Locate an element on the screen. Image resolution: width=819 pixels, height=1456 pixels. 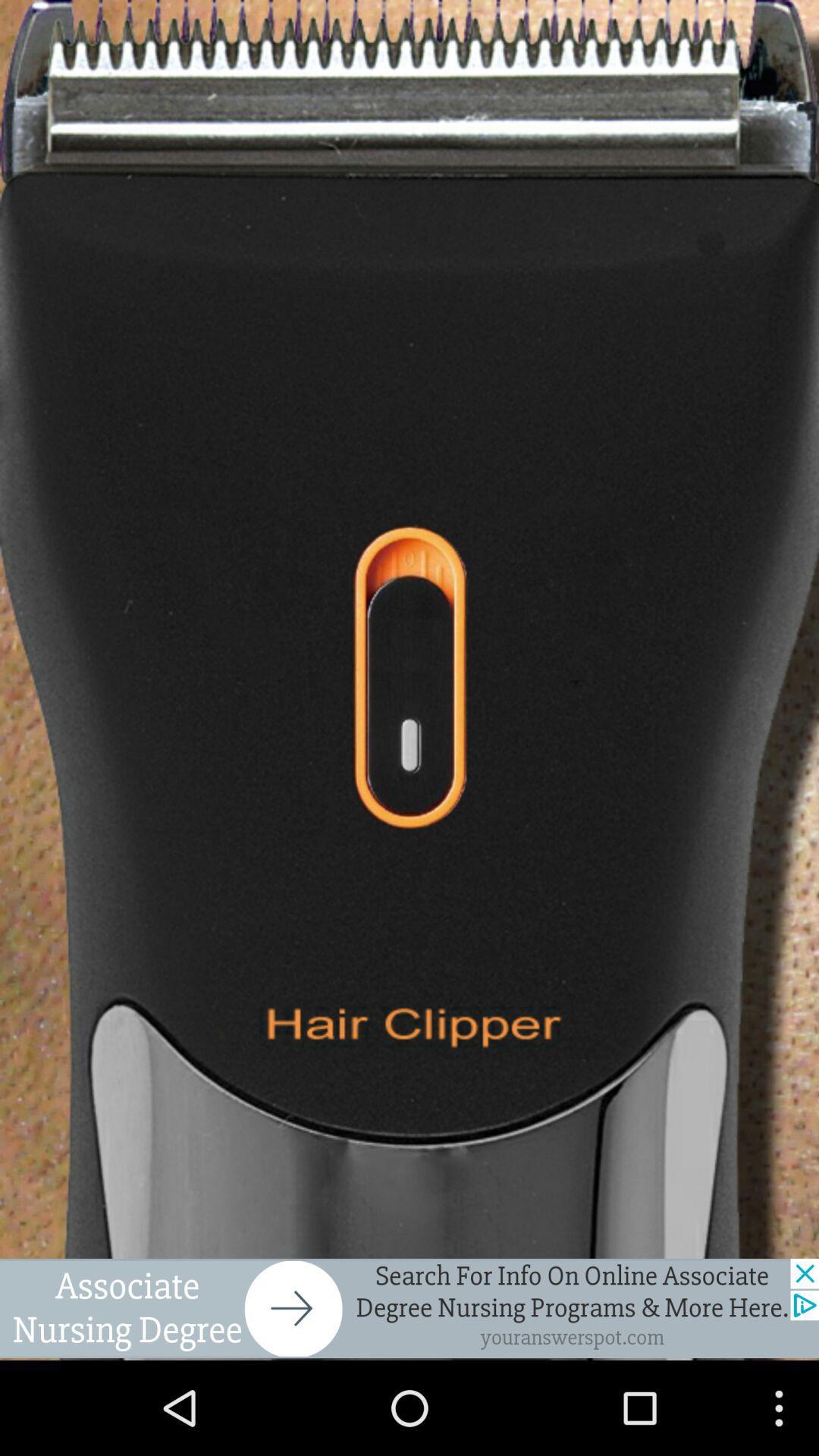
turn on hair clipper is located at coordinates (409, 679).